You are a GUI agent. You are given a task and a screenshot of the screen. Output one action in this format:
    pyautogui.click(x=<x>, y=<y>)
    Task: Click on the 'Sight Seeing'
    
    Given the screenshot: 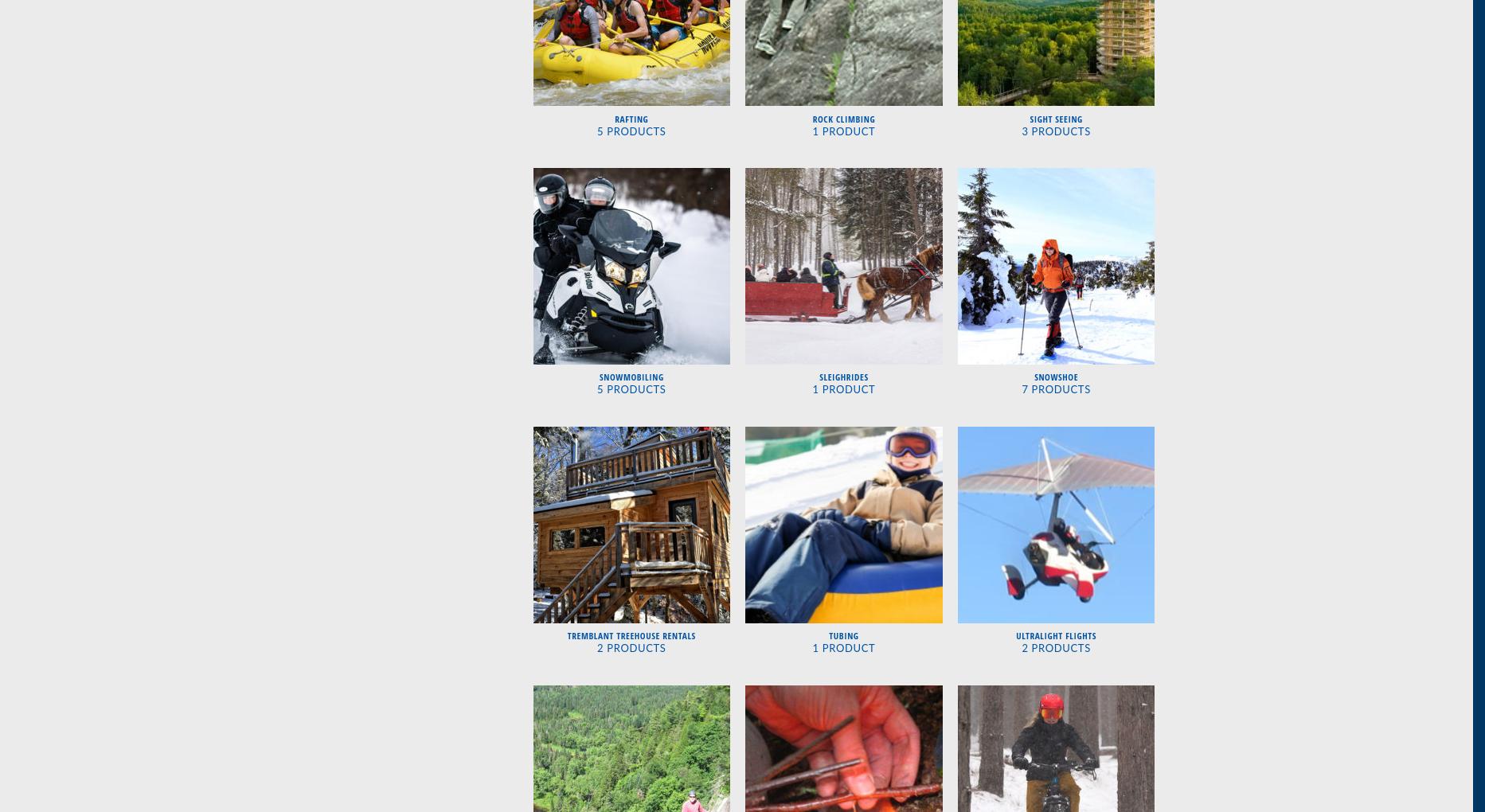 What is the action you would take?
    pyautogui.click(x=1055, y=118)
    